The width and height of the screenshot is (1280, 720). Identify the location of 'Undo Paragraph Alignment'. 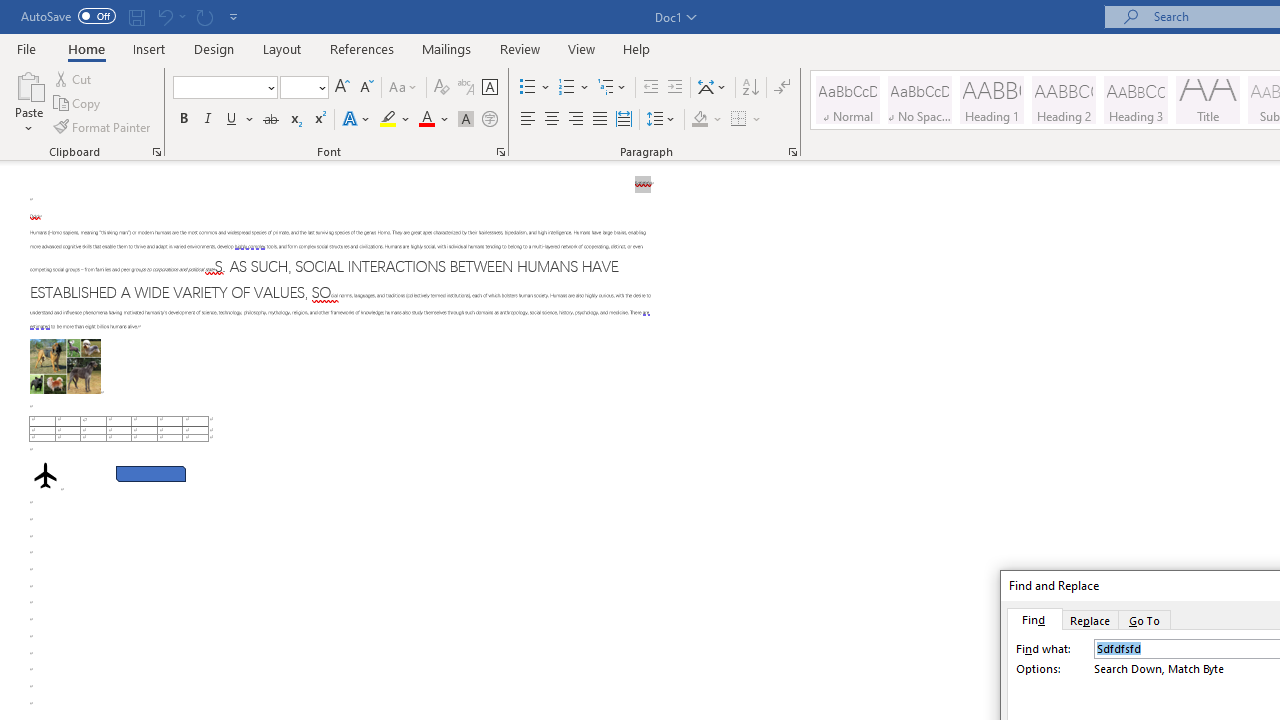
(170, 16).